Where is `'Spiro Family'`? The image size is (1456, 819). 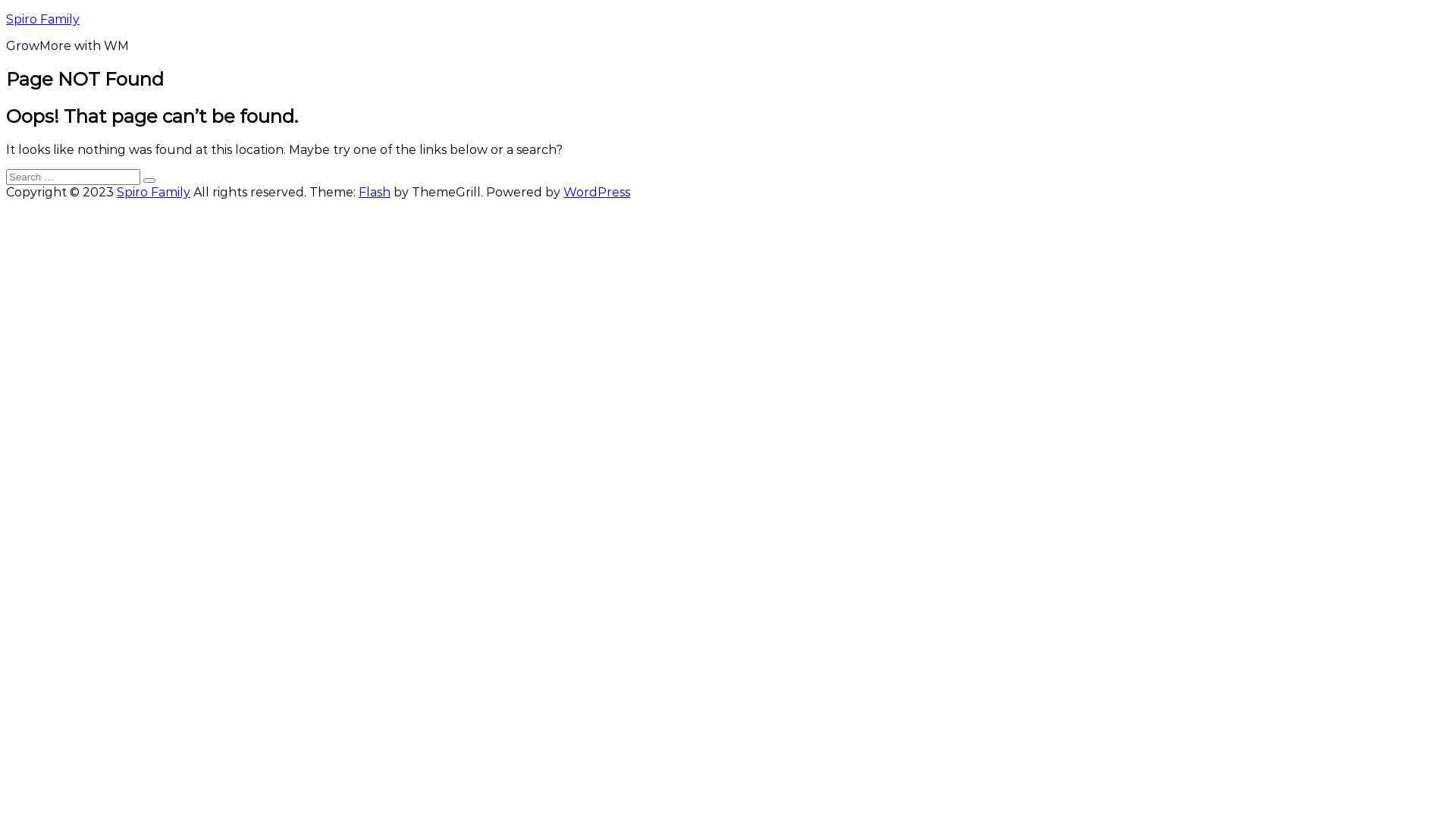
'Spiro Family' is located at coordinates (153, 191).